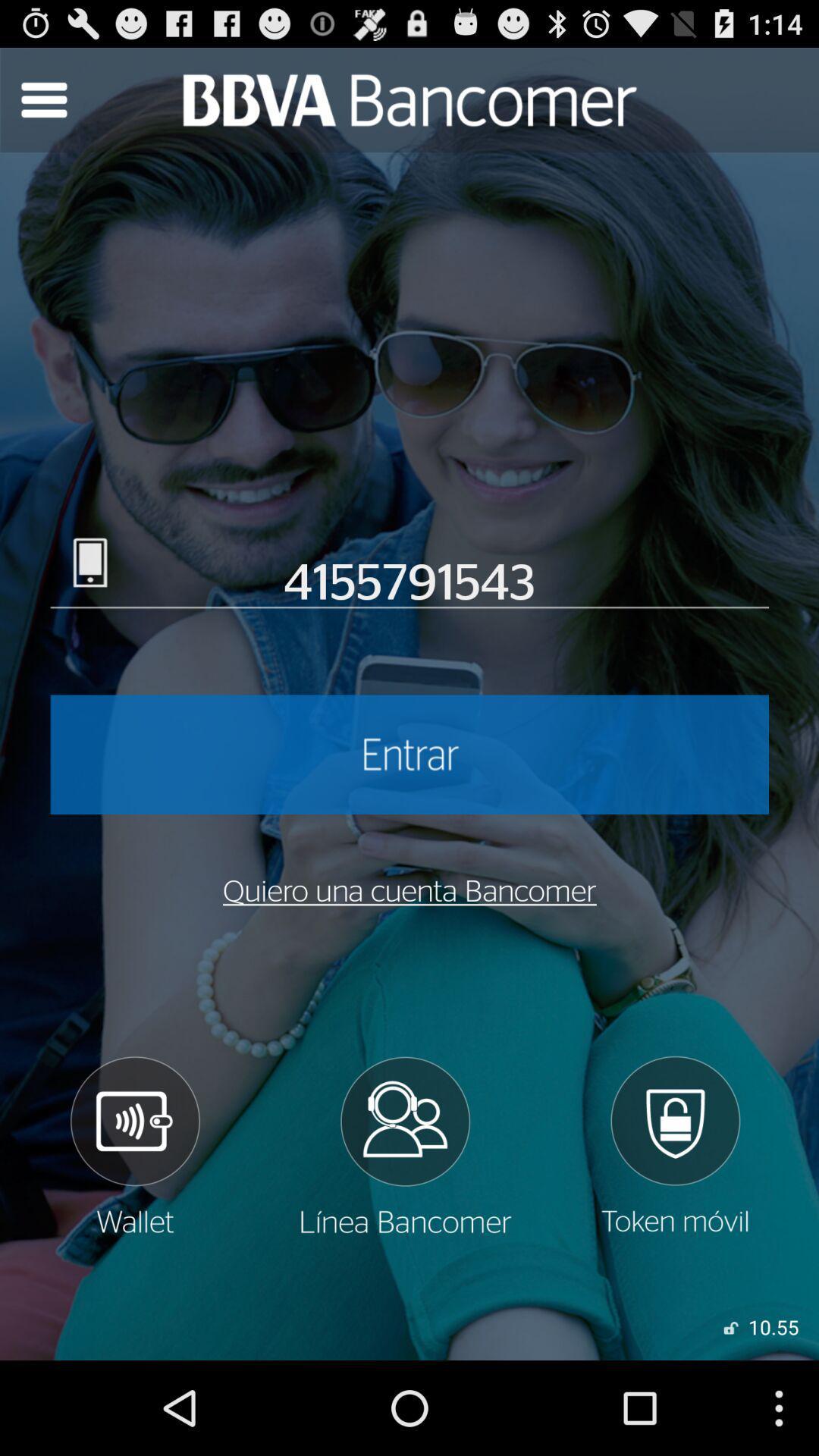  What do you see at coordinates (42, 99) in the screenshot?
I see `drop down bar` at bounding box center [42, 99].